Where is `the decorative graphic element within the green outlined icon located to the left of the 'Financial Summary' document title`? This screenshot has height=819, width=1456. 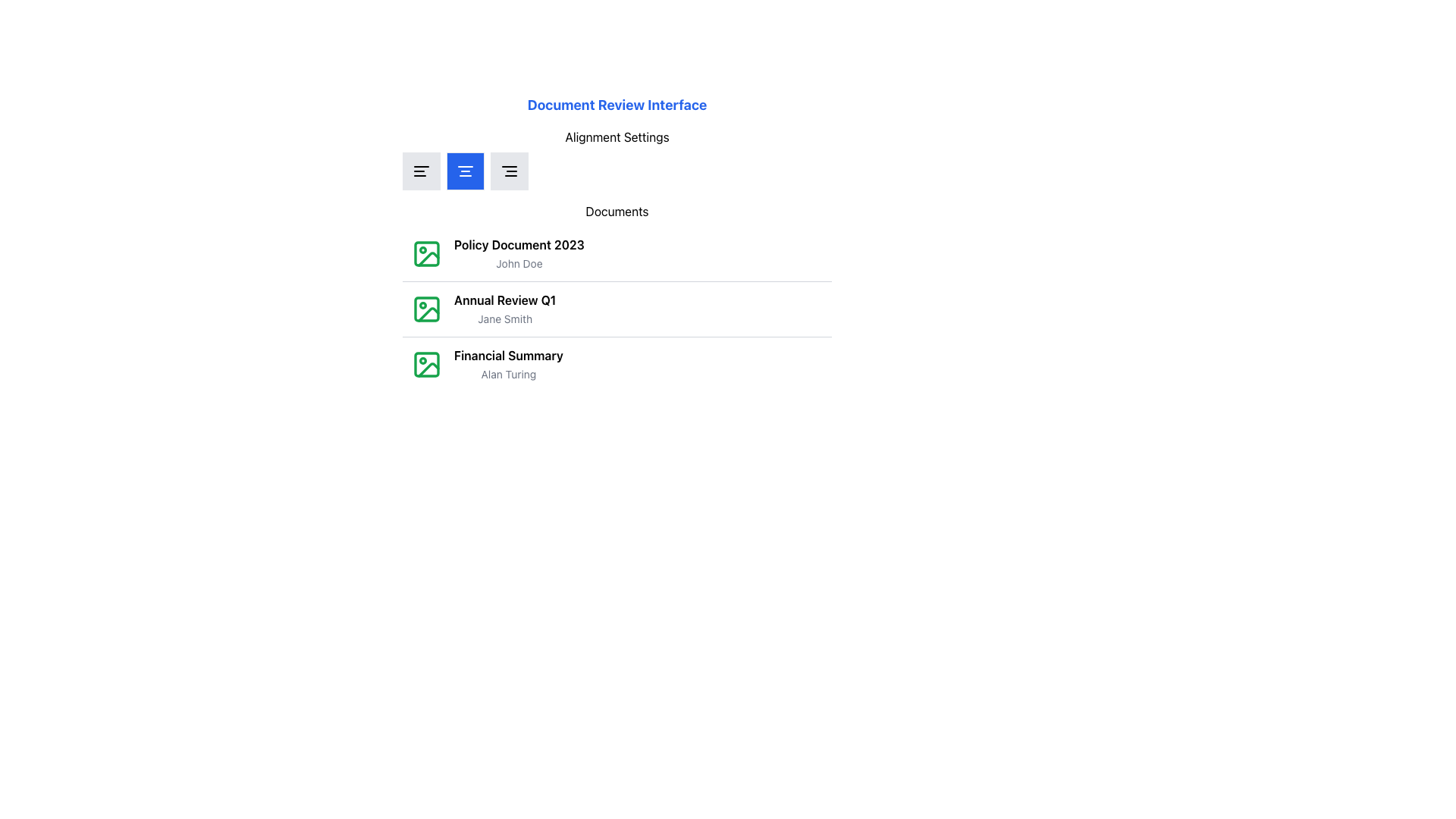 the decorative graphic element within the green outlined icon located to the left of the 'Financial Summary' document title is located at coordinates (425, 365).